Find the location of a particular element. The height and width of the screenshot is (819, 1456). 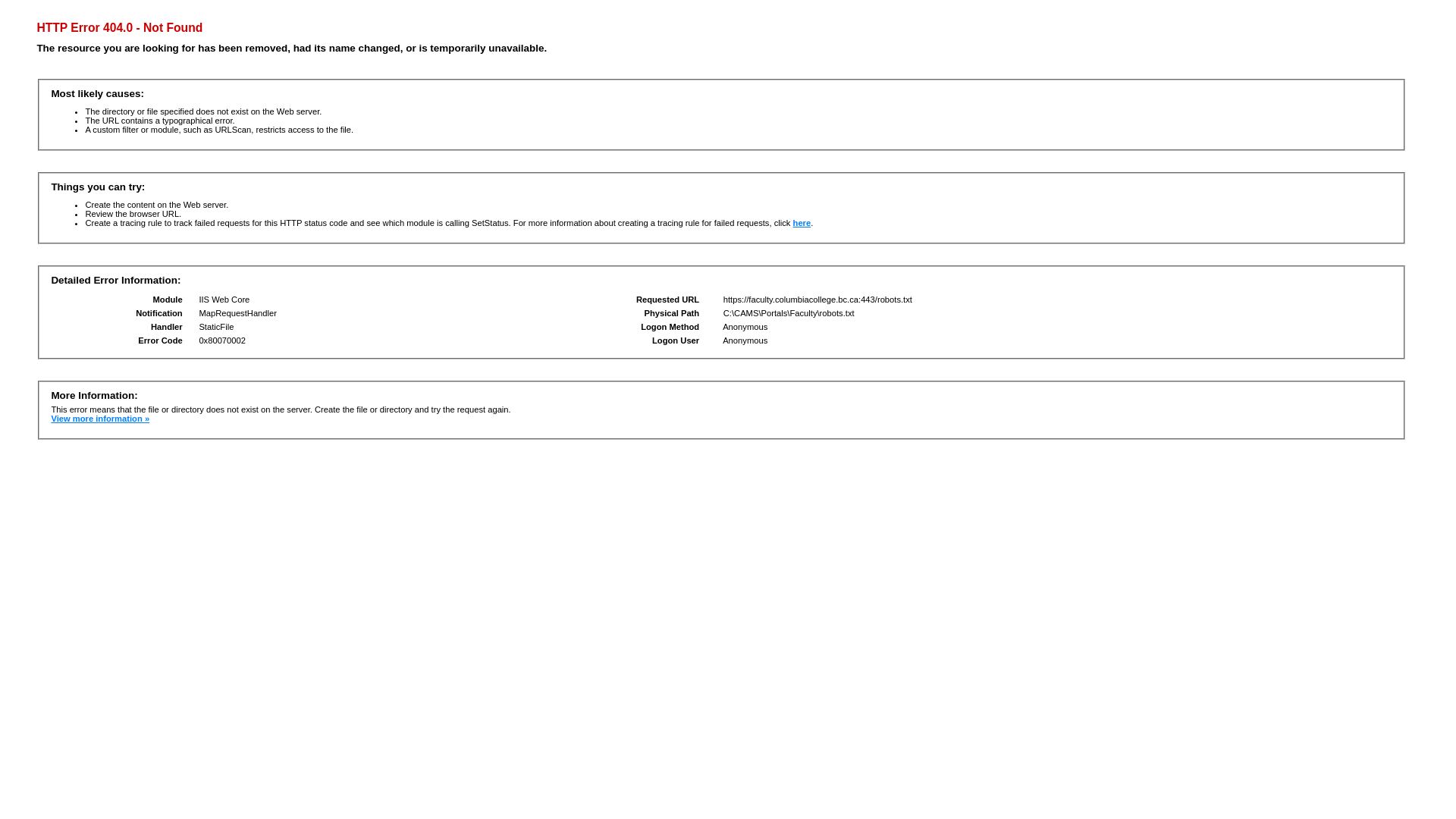

'here' is located at coordinates (801, 222).